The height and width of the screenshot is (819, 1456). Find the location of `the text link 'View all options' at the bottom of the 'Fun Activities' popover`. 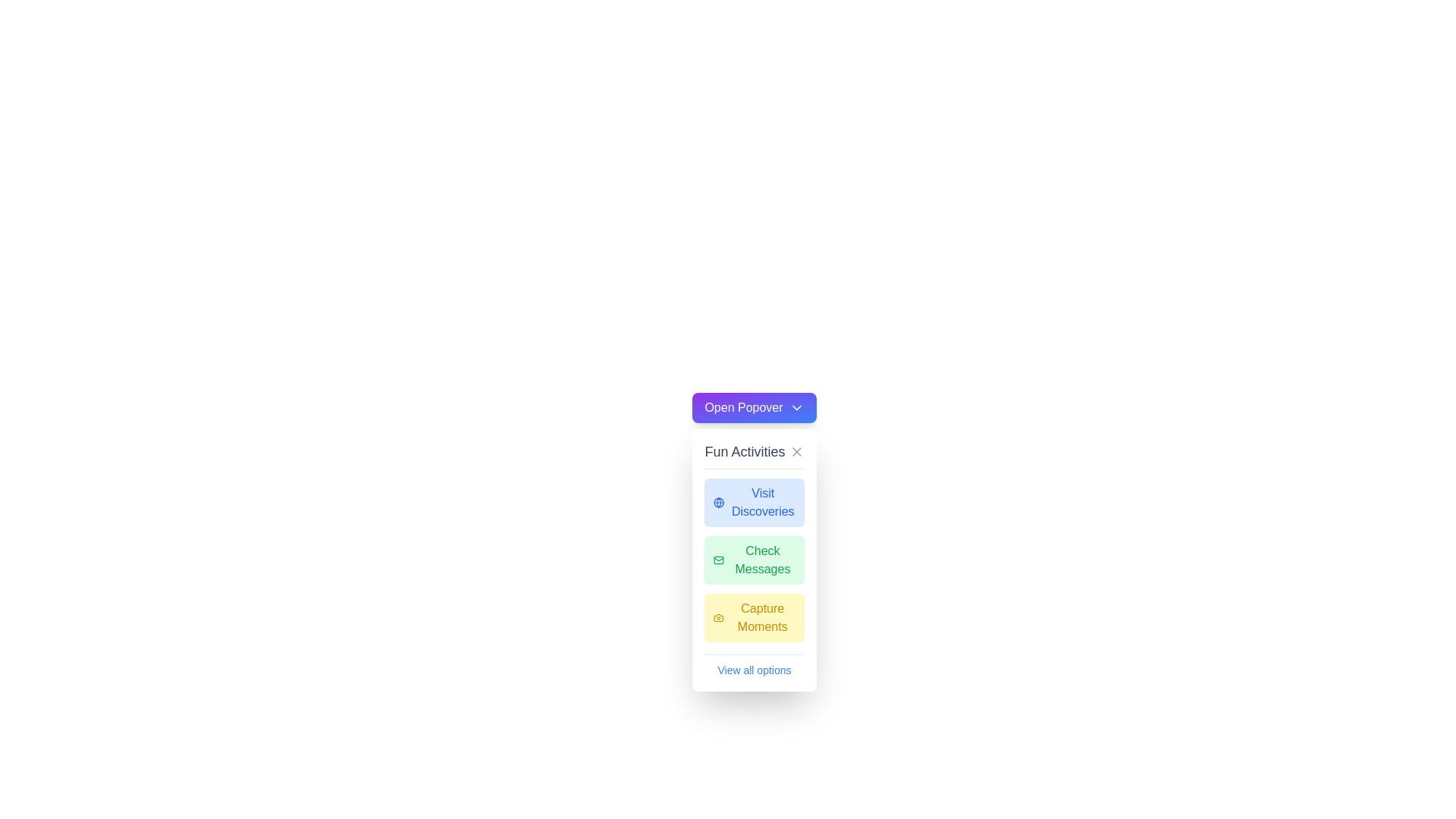

the text link 'View all options' at the bottom of the 'Fun Activities' popover is located at coordinates (754, 666).